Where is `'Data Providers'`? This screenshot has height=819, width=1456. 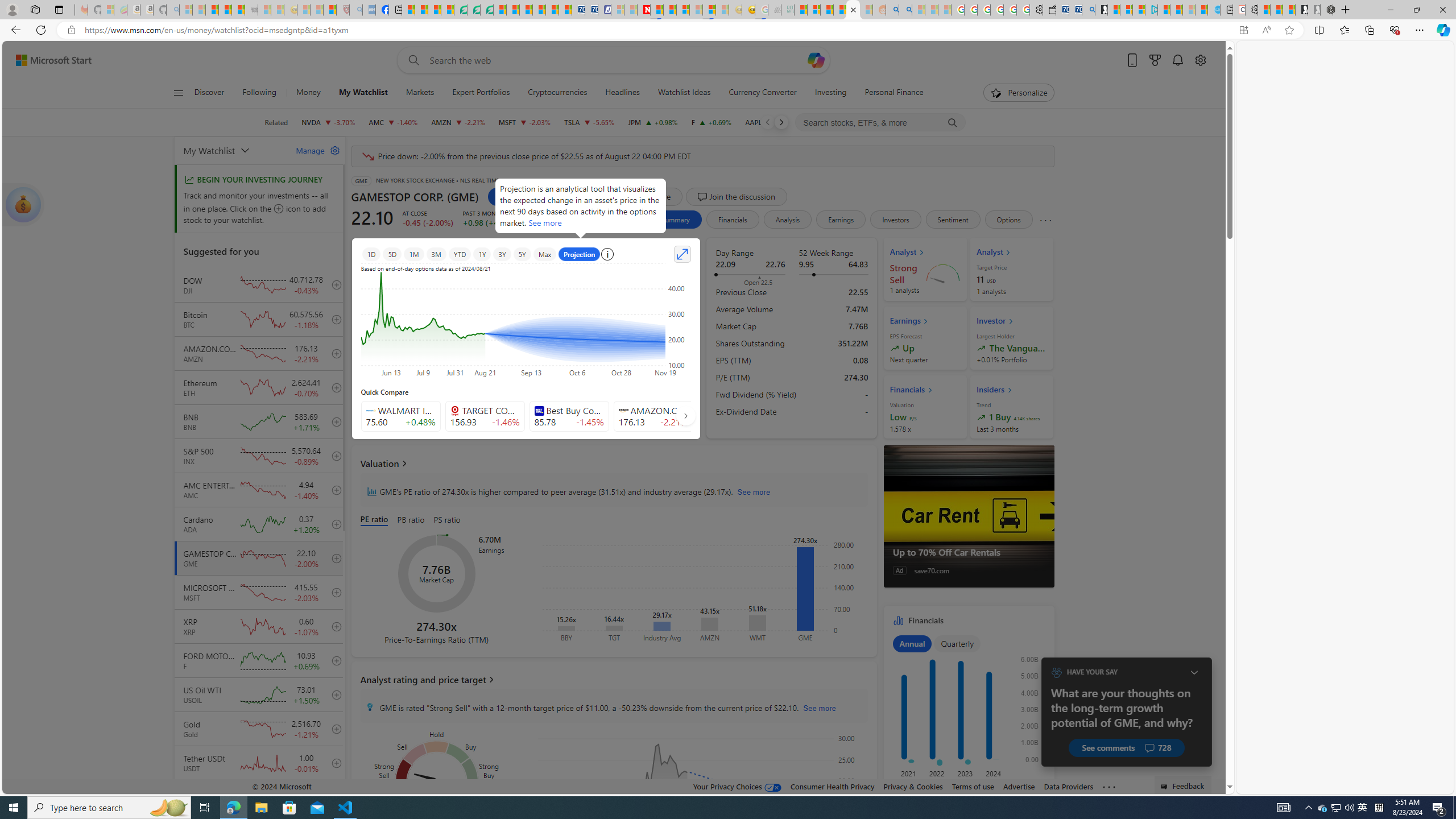 'Data Providers' is located at coordinates (1069, 786).